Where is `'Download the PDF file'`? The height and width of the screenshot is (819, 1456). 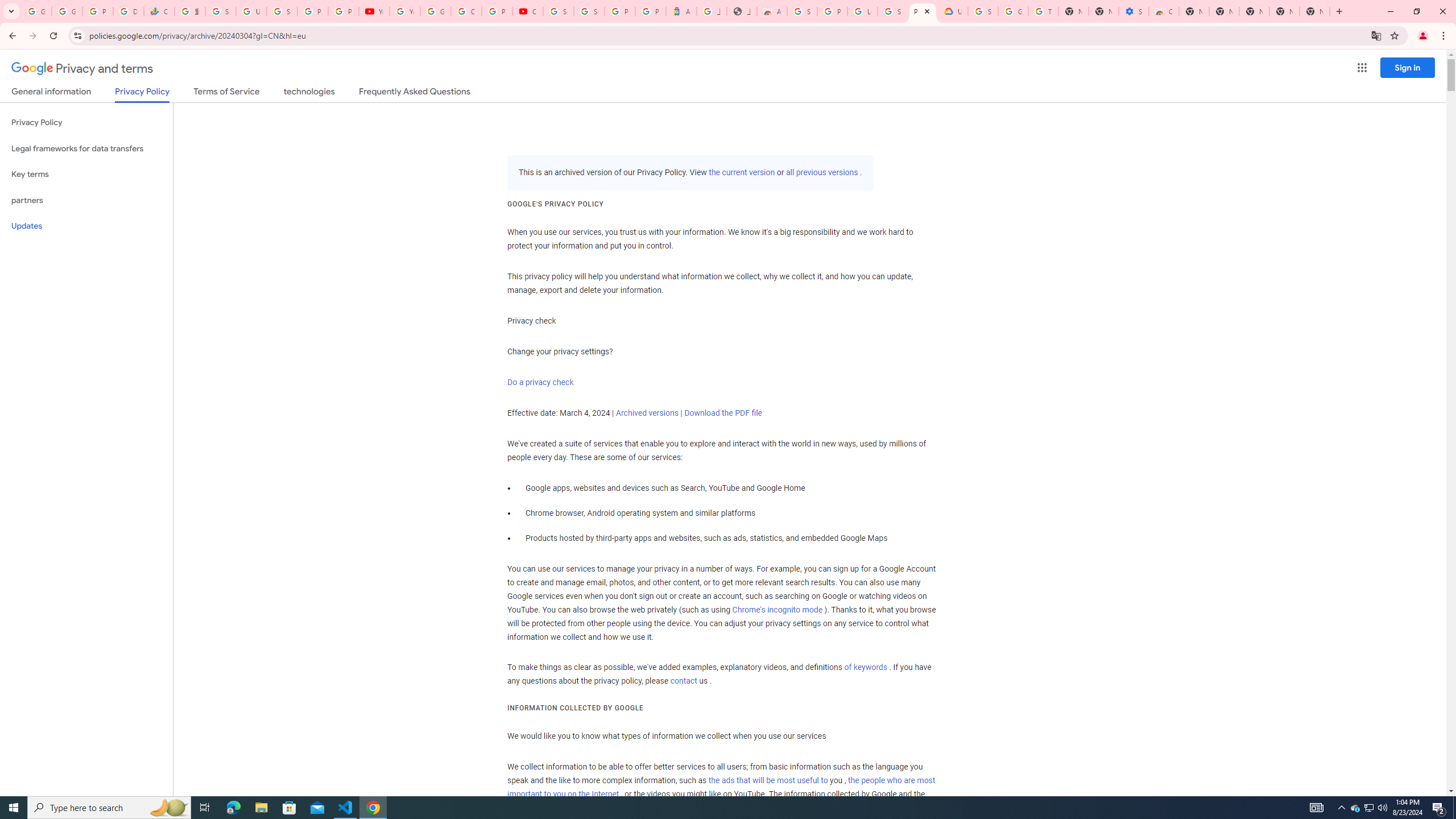 'Download the PDF file' is located at coordinates (723, 412).